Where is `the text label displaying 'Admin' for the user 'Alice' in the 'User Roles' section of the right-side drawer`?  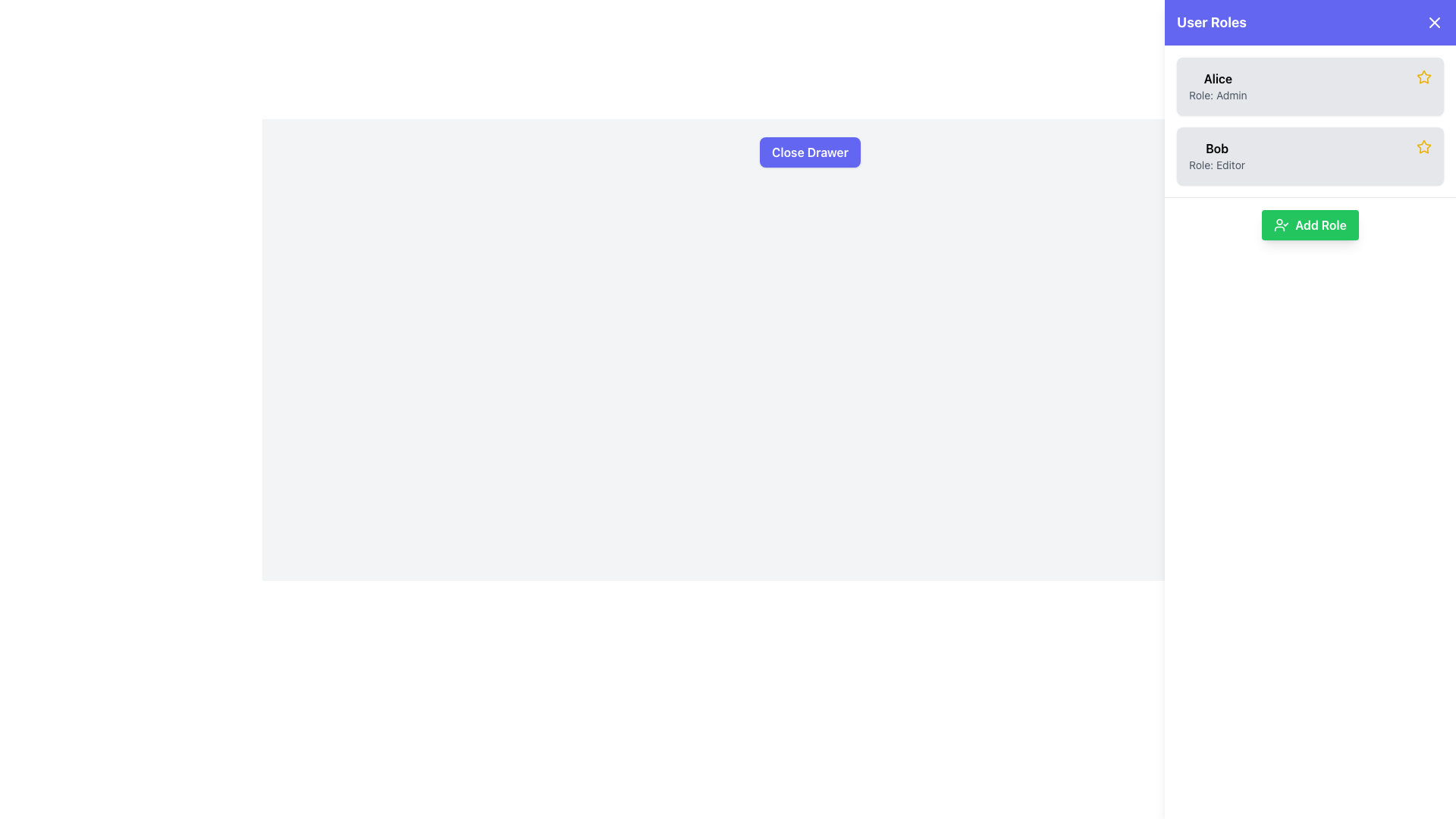
the text label displaying 'Admin' for the user 'Alice' in the 'User Roles' section of the right-side drawer is located at coordinates (1218, 96).